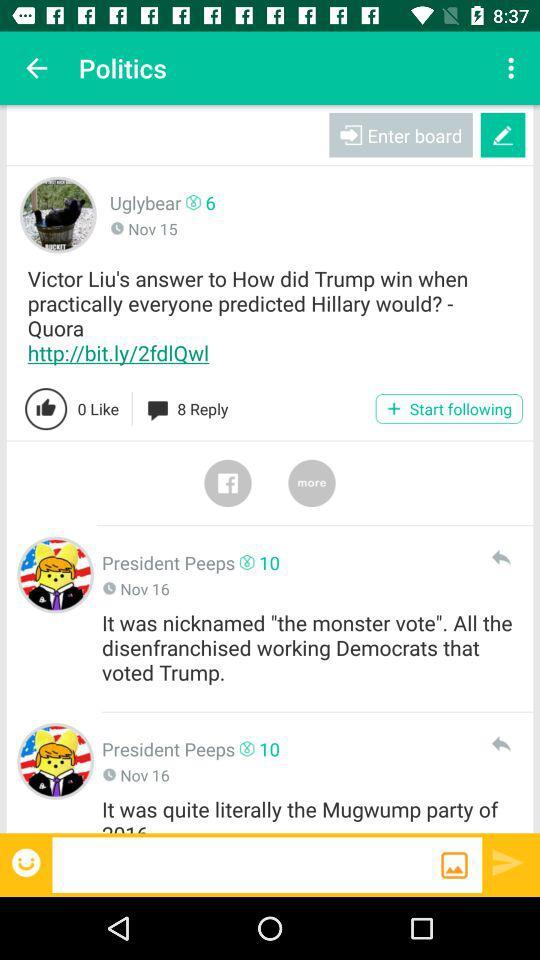 The height and width of the screenshot is (960, 540). I want to click on more button, so click(312, 482).